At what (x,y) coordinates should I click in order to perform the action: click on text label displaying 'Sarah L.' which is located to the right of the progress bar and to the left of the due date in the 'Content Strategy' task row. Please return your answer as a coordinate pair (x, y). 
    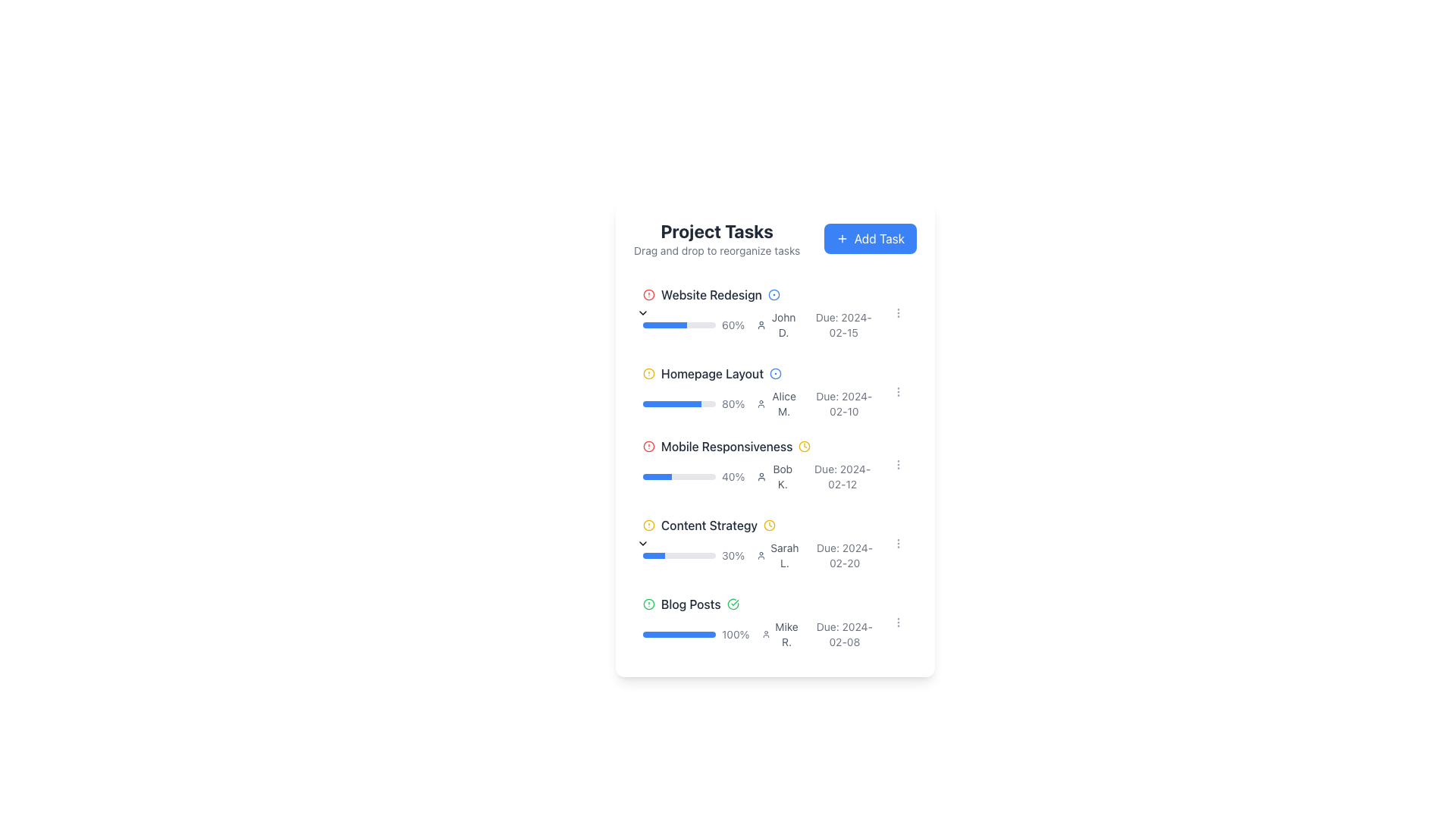
    Looking at the image, I should click on (784, 555).